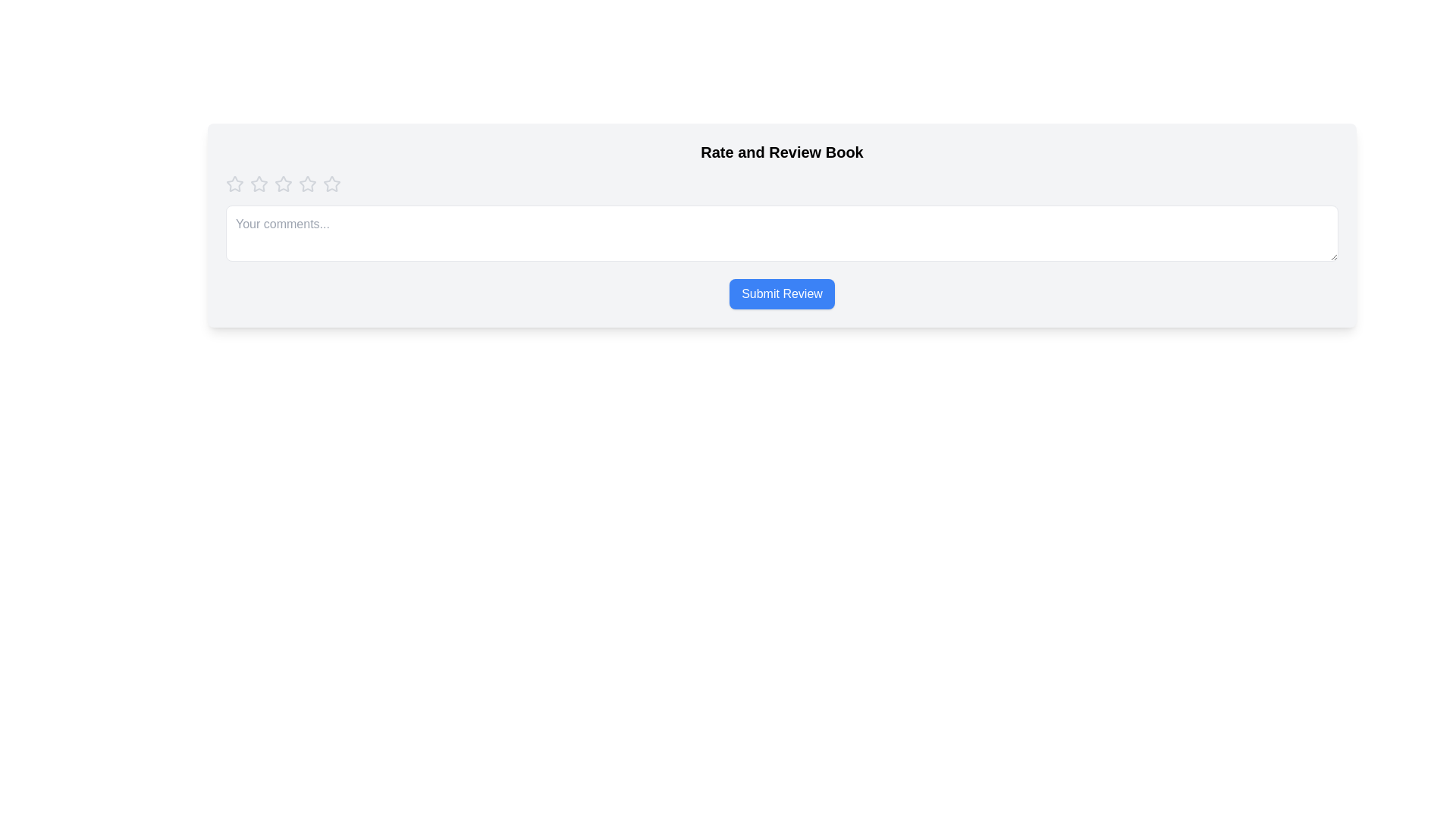 This screenshot has height=819, width=1456. I want to click on the star corresponding to the rating level 5, so click(331, 184).